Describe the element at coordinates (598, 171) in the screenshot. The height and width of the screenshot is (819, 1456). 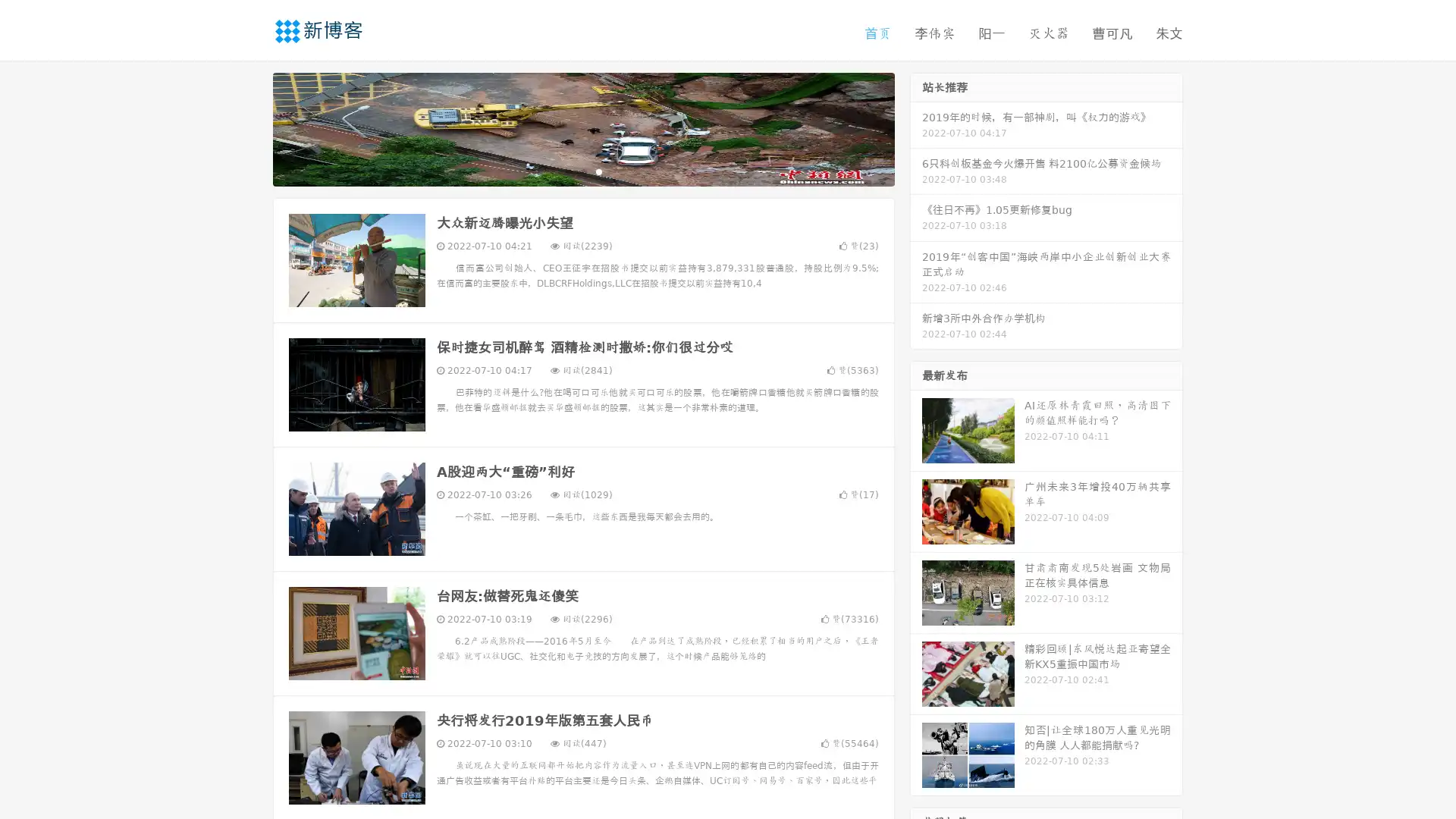
I see `Go to slide 3` at that location.